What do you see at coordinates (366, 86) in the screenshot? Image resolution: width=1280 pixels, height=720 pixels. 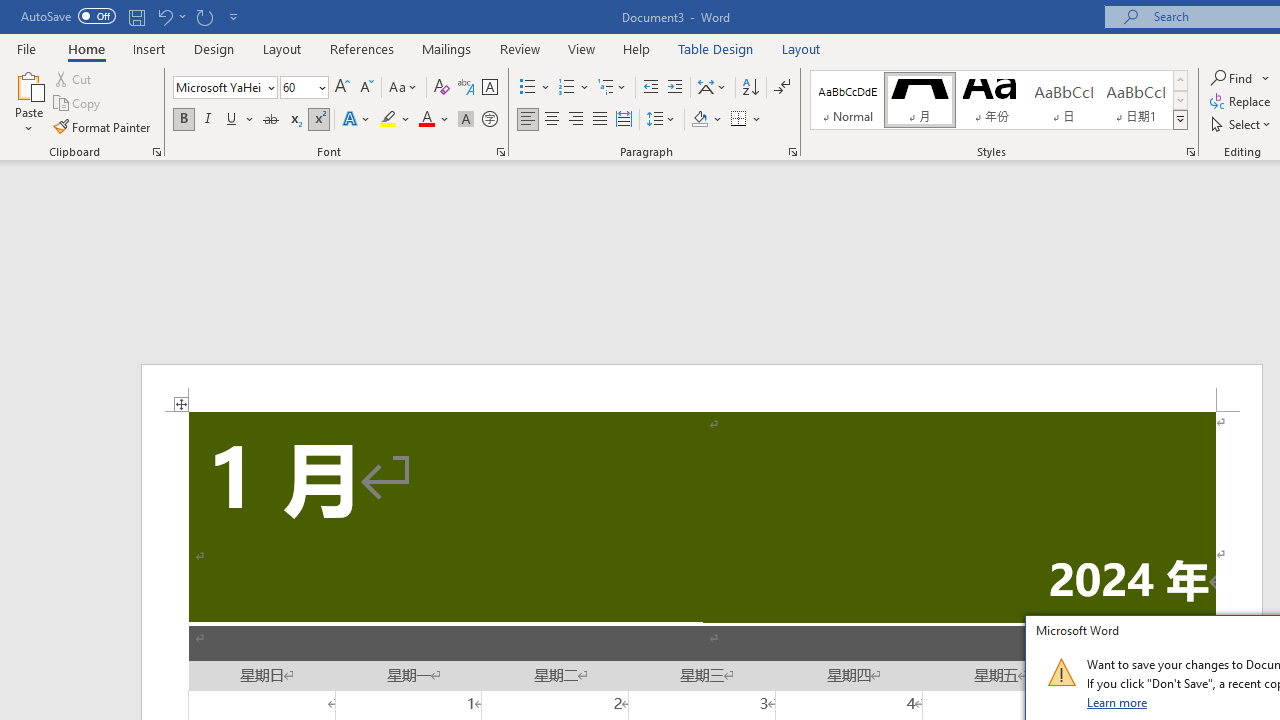 I see `'Shrink Font'` at bounding box center [366, 86].